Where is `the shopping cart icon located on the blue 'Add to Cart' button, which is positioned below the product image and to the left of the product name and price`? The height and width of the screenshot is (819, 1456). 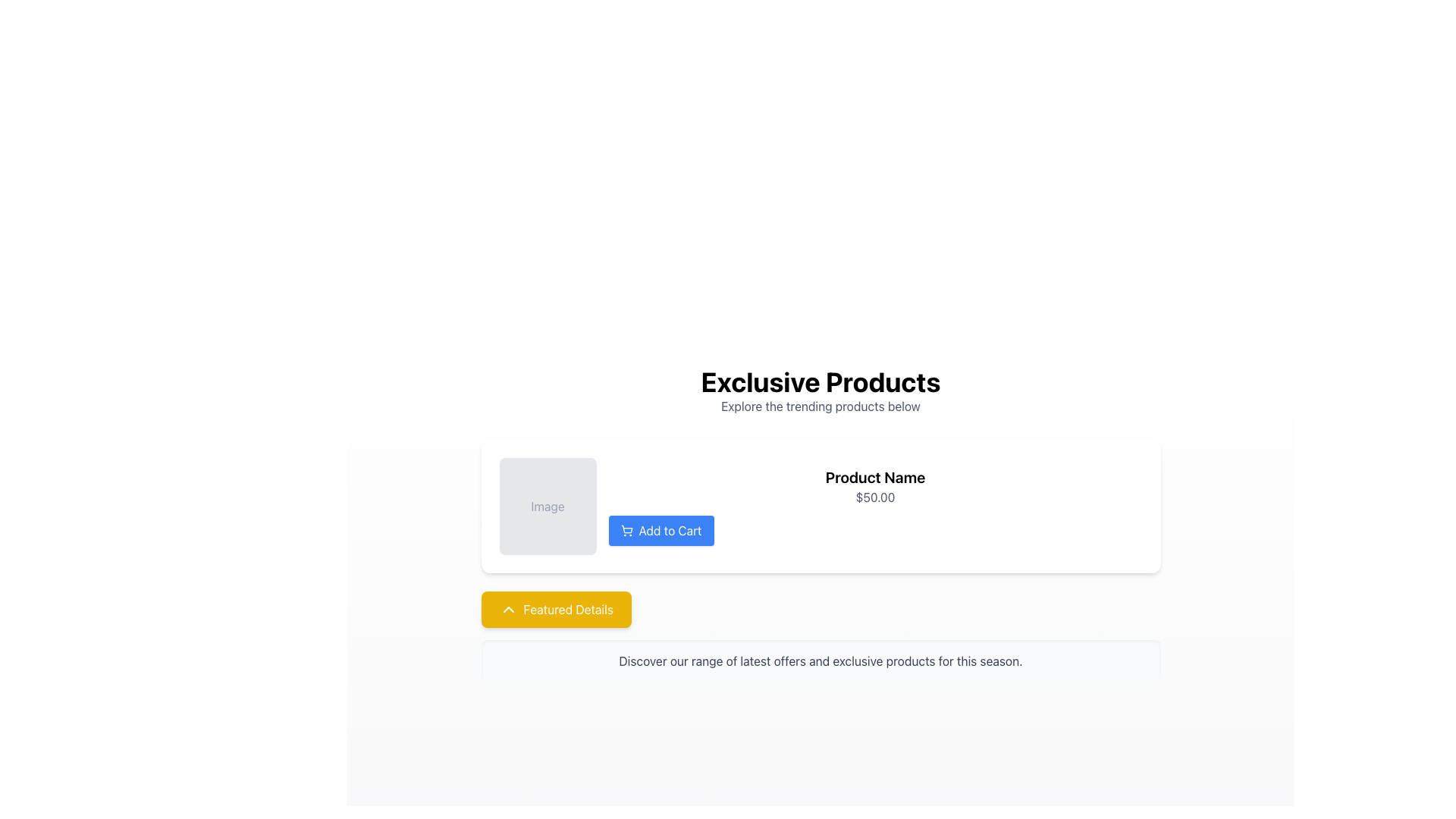
the shopping cart icon located on the blue 'Add to Cart' button, which is positioned below the product image and to the left of the product name and price is located at coordinates (626, 529).